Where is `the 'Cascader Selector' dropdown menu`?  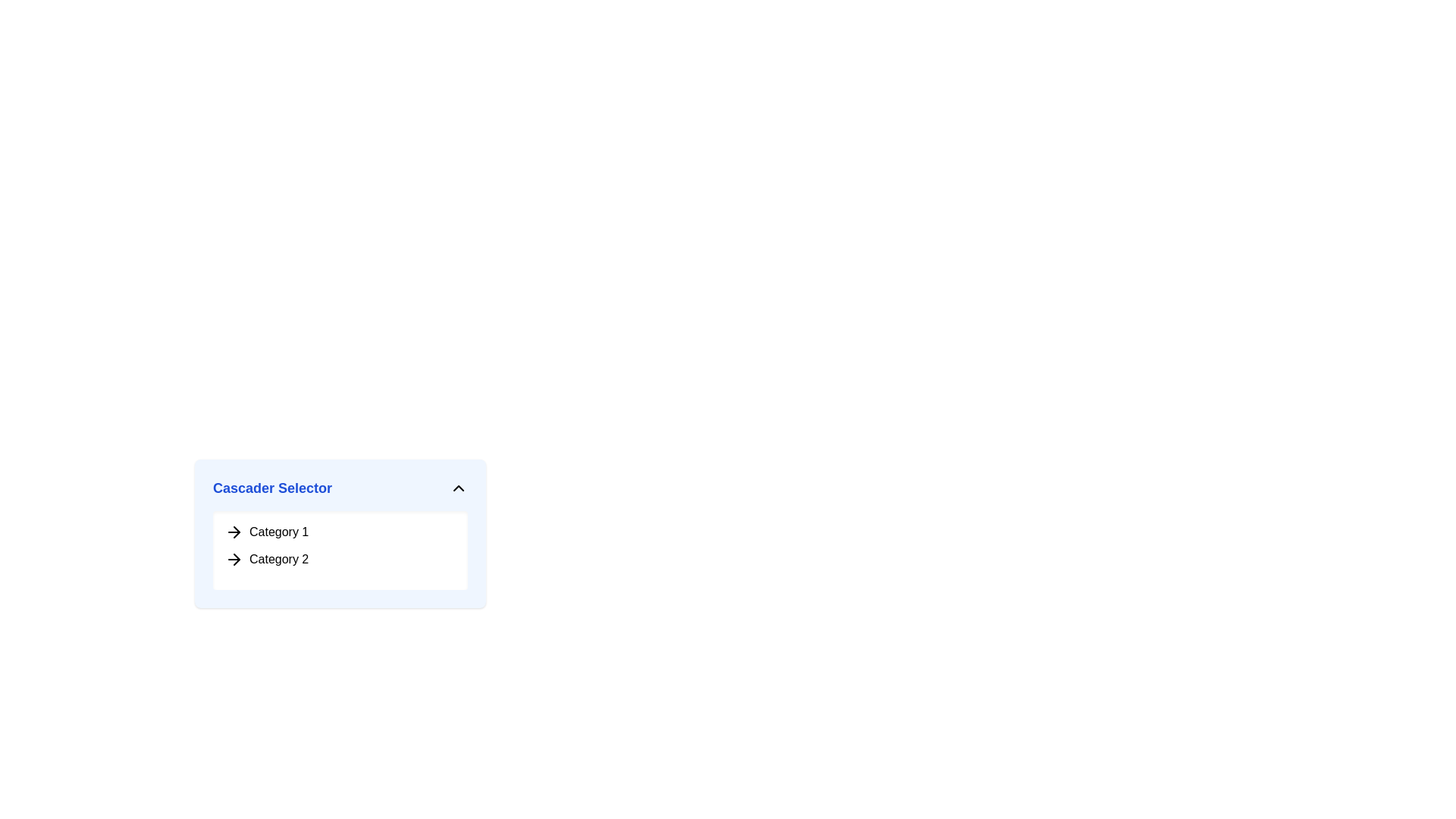 the 'Cascader Selector' dropdown menu is located at coordinates (340, 533).